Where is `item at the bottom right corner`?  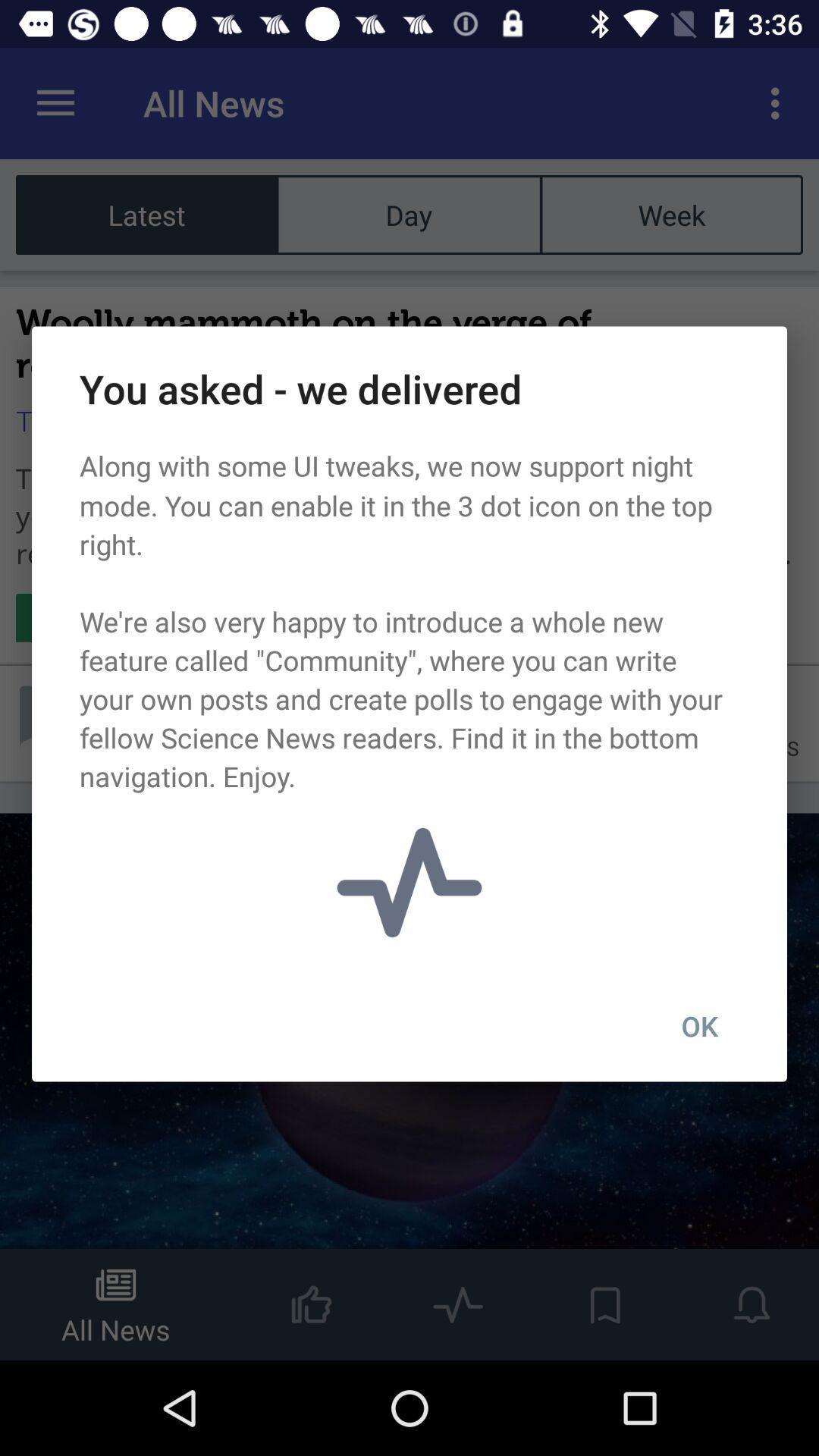
item at the bottom right corner is located at coordinates (699, 1026).